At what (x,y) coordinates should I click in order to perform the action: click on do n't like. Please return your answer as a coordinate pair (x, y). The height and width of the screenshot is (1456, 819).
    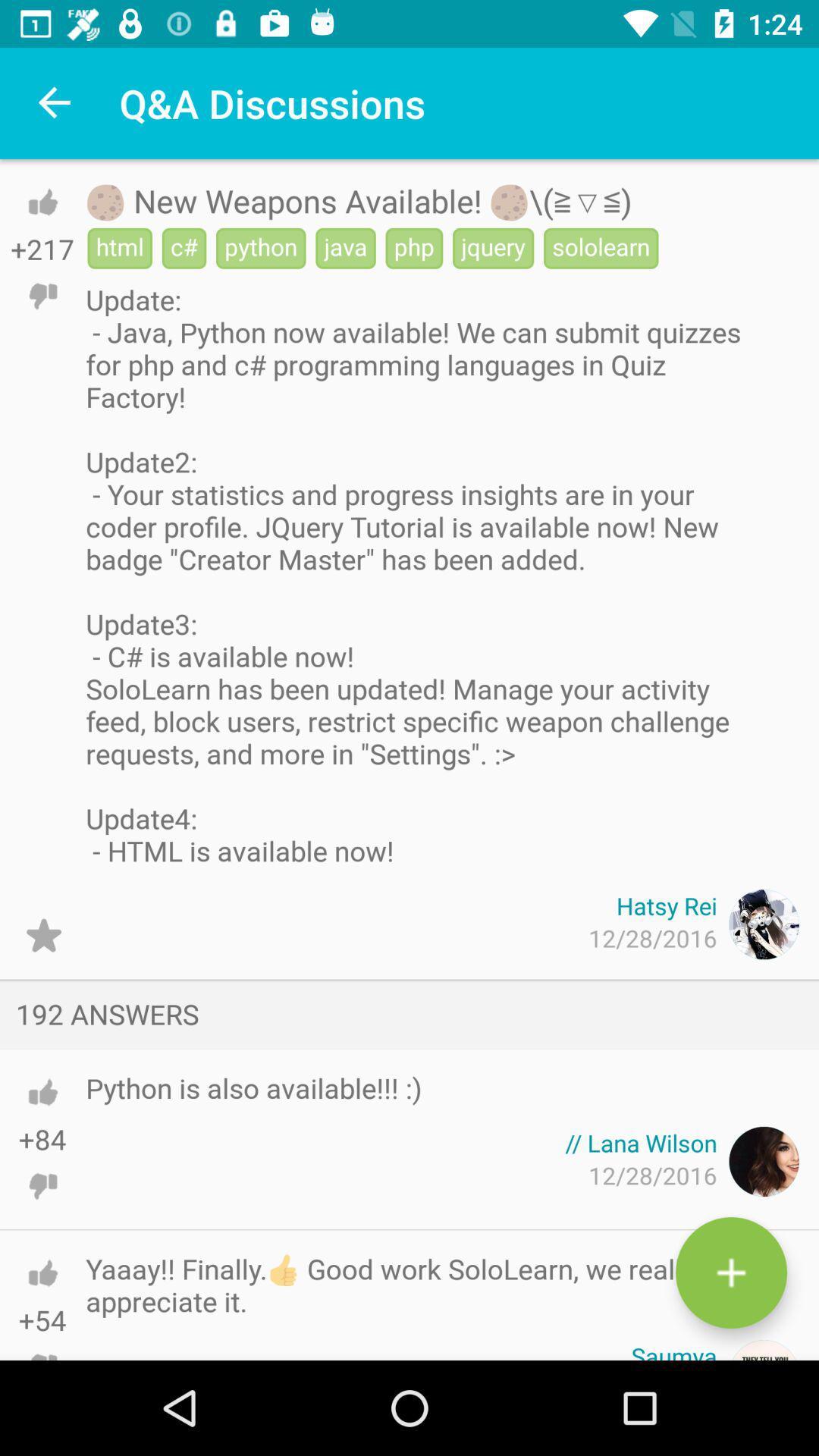
    Looking at the image, I should click on (42, 296).